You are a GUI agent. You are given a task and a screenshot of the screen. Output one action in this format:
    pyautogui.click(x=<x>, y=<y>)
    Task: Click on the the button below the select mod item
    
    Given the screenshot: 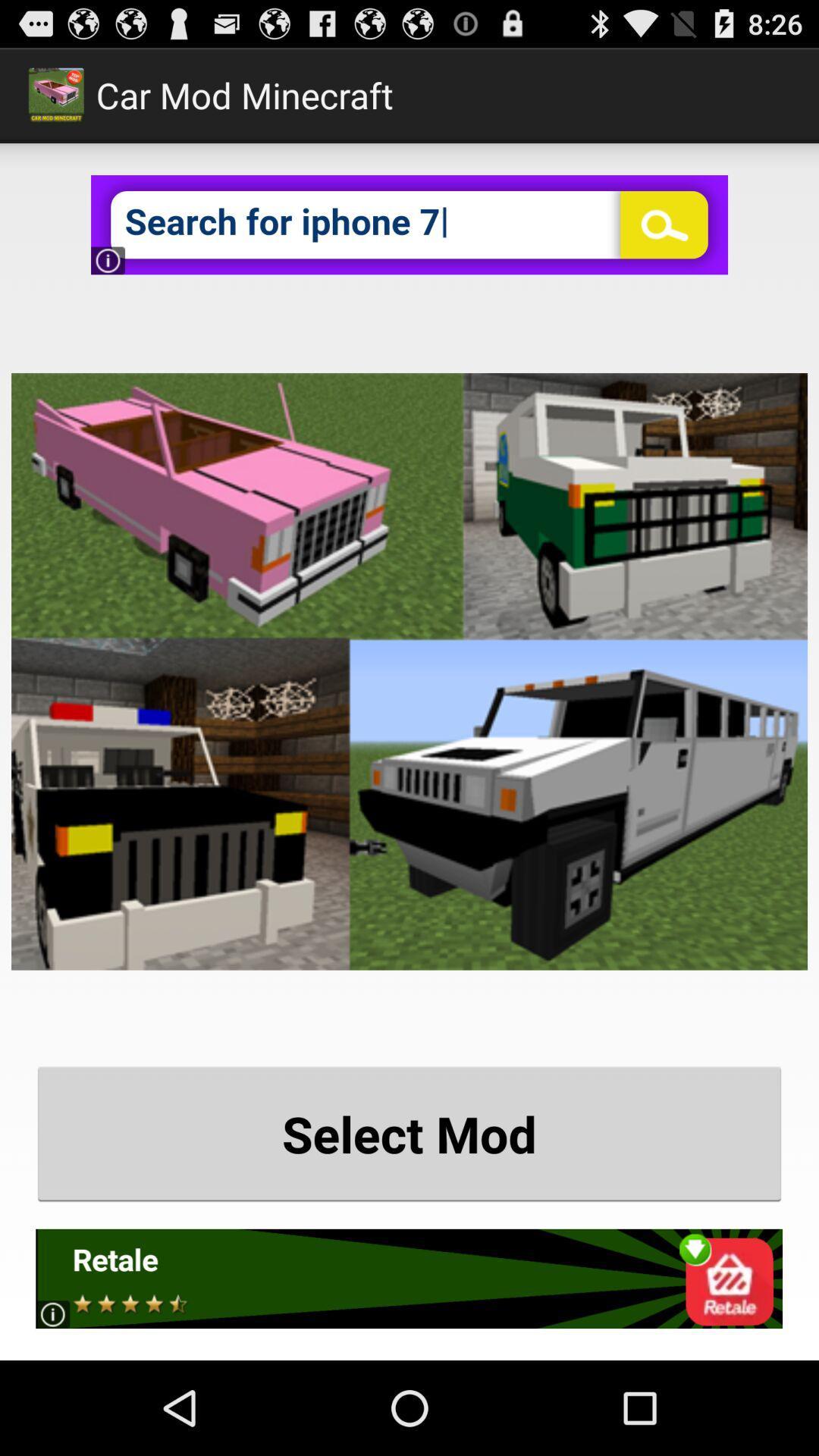 What is the action you would take?
    pyautogui.click(x=408, y=1278)
    